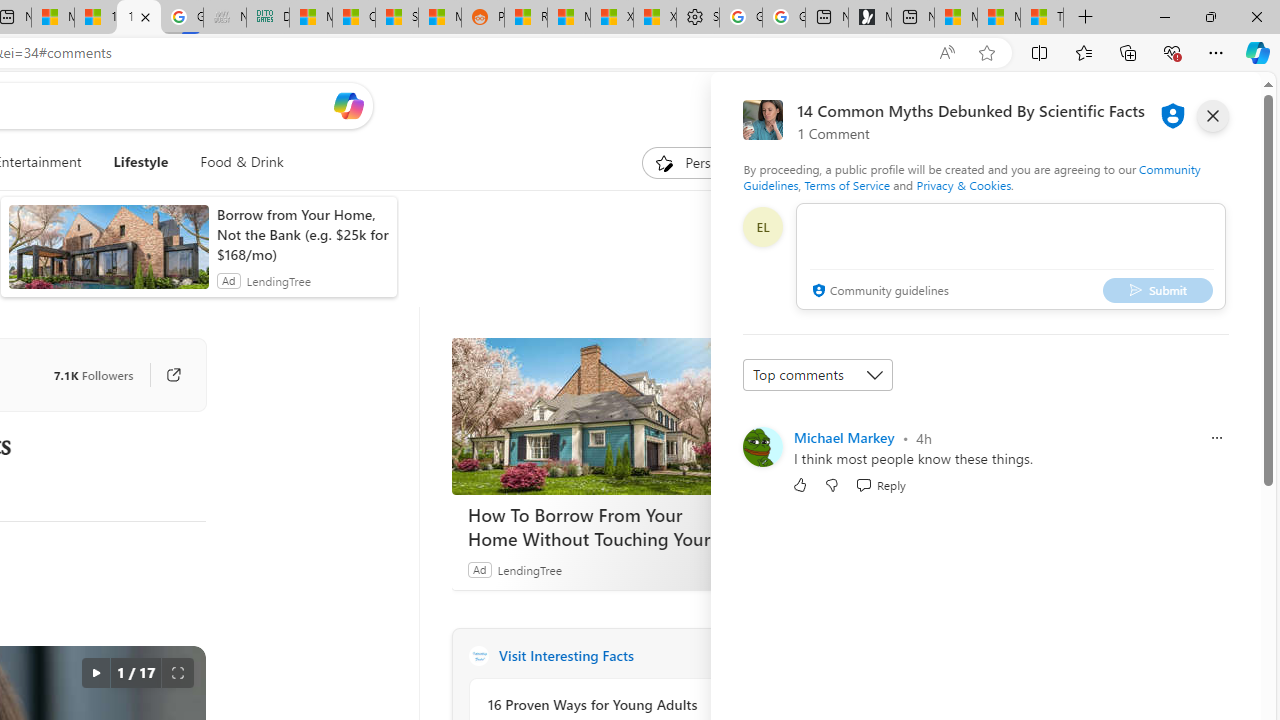 This screenshot has height=720, width=1280. What do you see at coordinates (878, 291) in the screenshot?
I see `'Community guidelines'` at bounding box center [878, 291].